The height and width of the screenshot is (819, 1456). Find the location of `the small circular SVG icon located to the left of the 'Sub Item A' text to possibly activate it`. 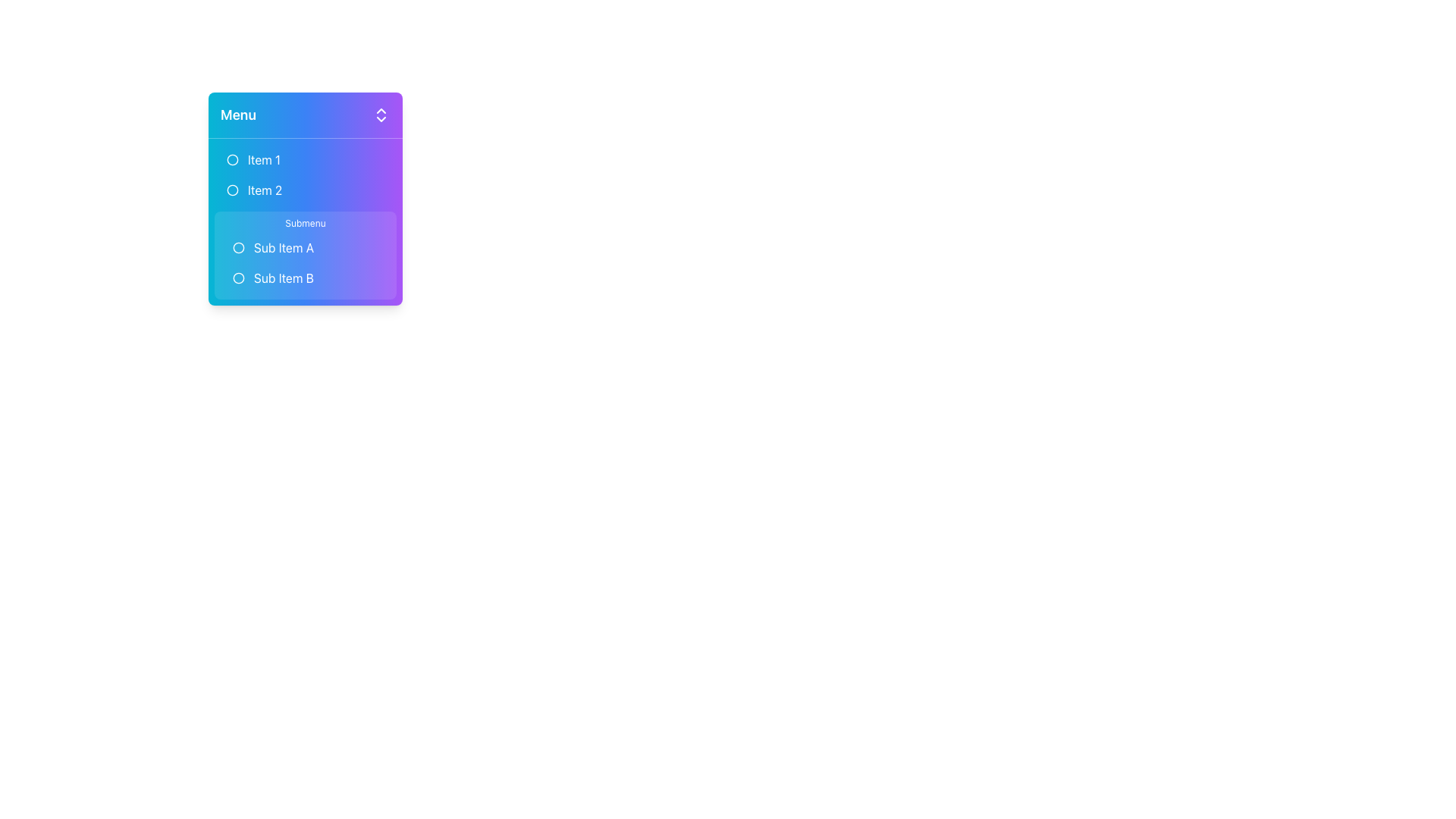

the small circular SVG icon located to the left of the 'Sub Item A' text to possibly activate it is located at coordinates (238, 247).